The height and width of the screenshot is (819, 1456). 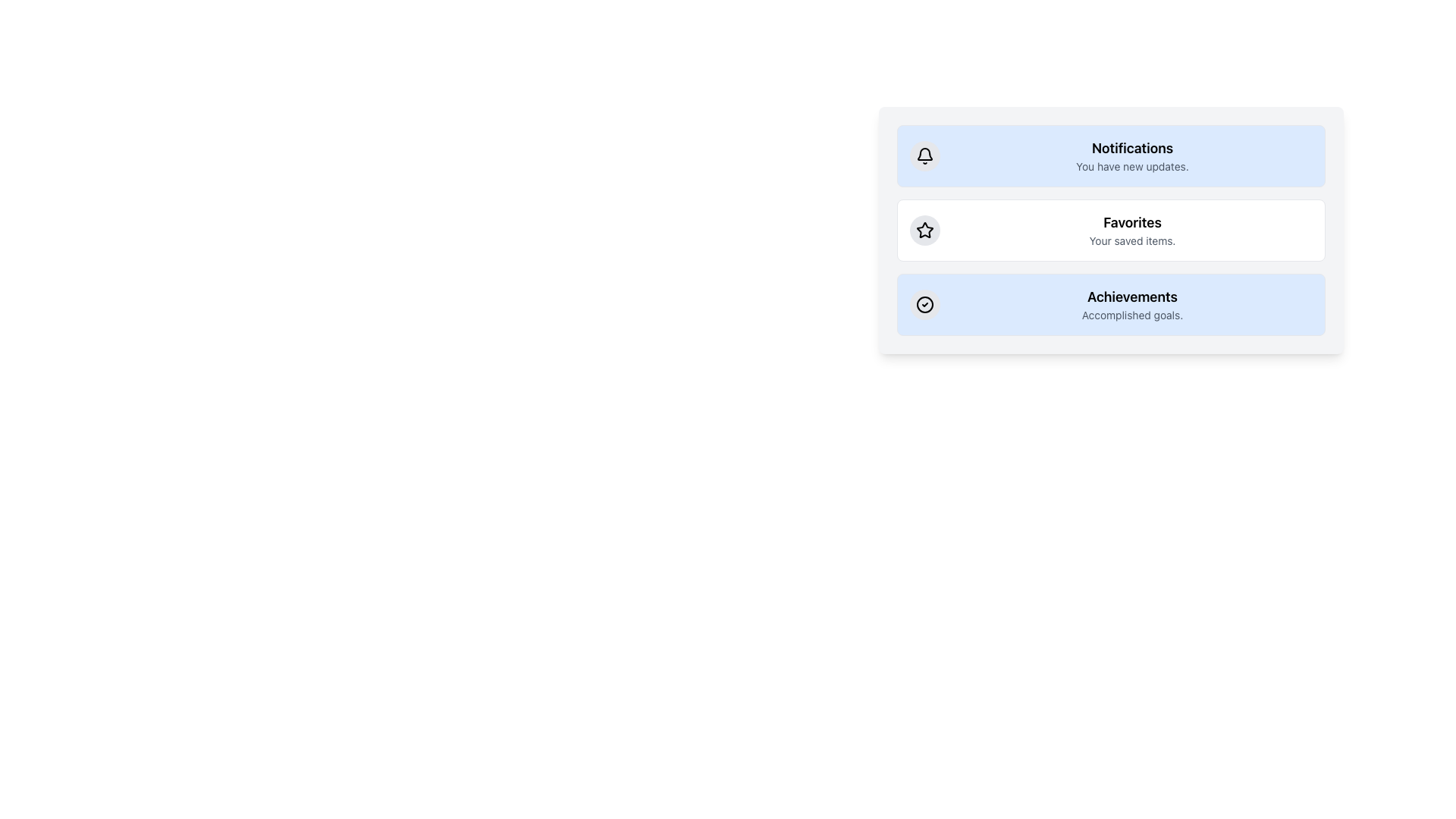 What do you see at coordinates (1132, 315) in the screenshot?
I see `the text displaying 'Accomplished goals.'` at bounding box center [1132, 315].